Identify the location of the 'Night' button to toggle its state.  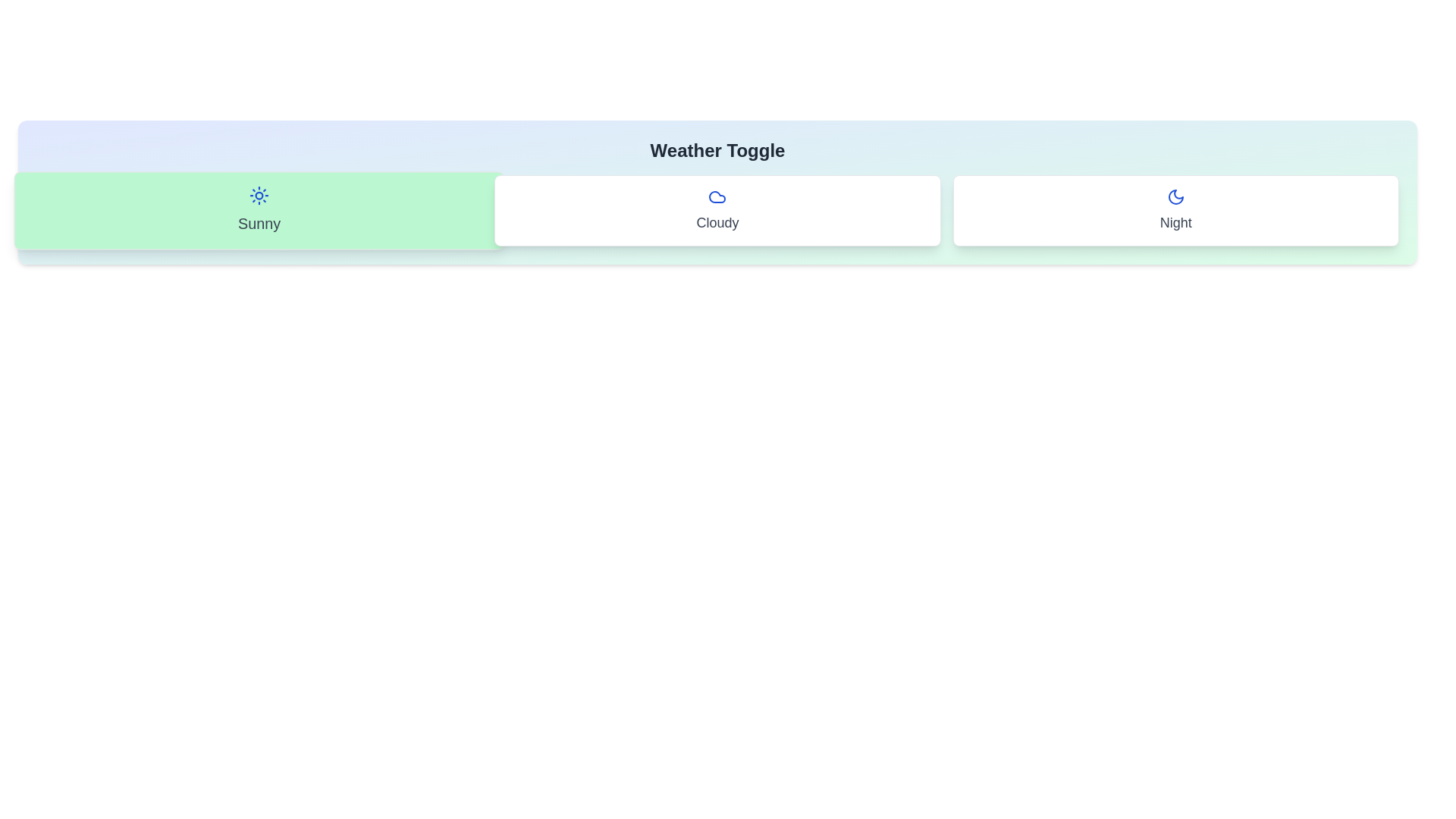
(1175, 210).